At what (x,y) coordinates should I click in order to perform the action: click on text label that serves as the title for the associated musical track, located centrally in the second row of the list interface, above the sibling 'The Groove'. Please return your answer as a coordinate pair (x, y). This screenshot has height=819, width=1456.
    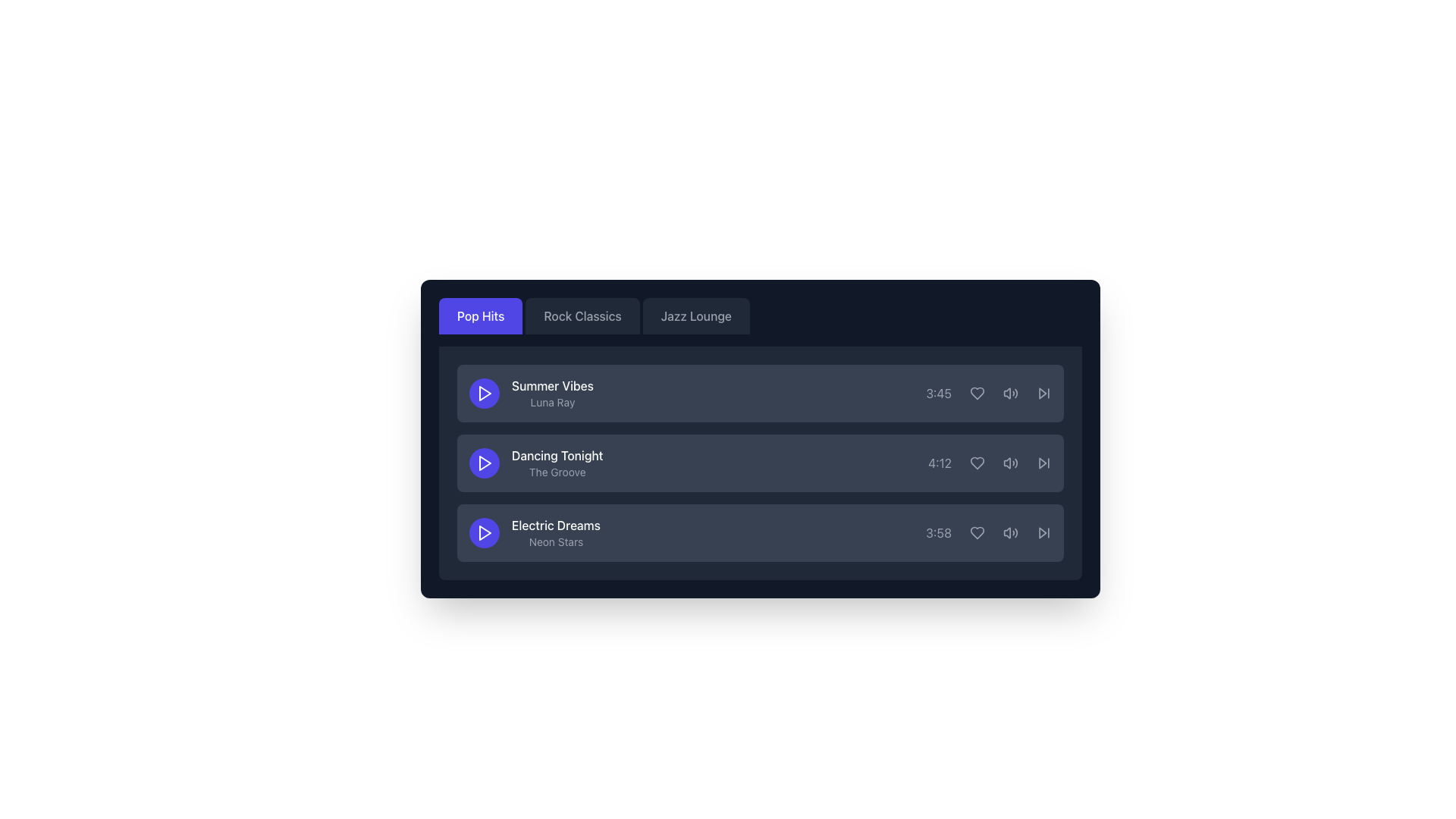
    Looking at the image, I should click on (557, 455).